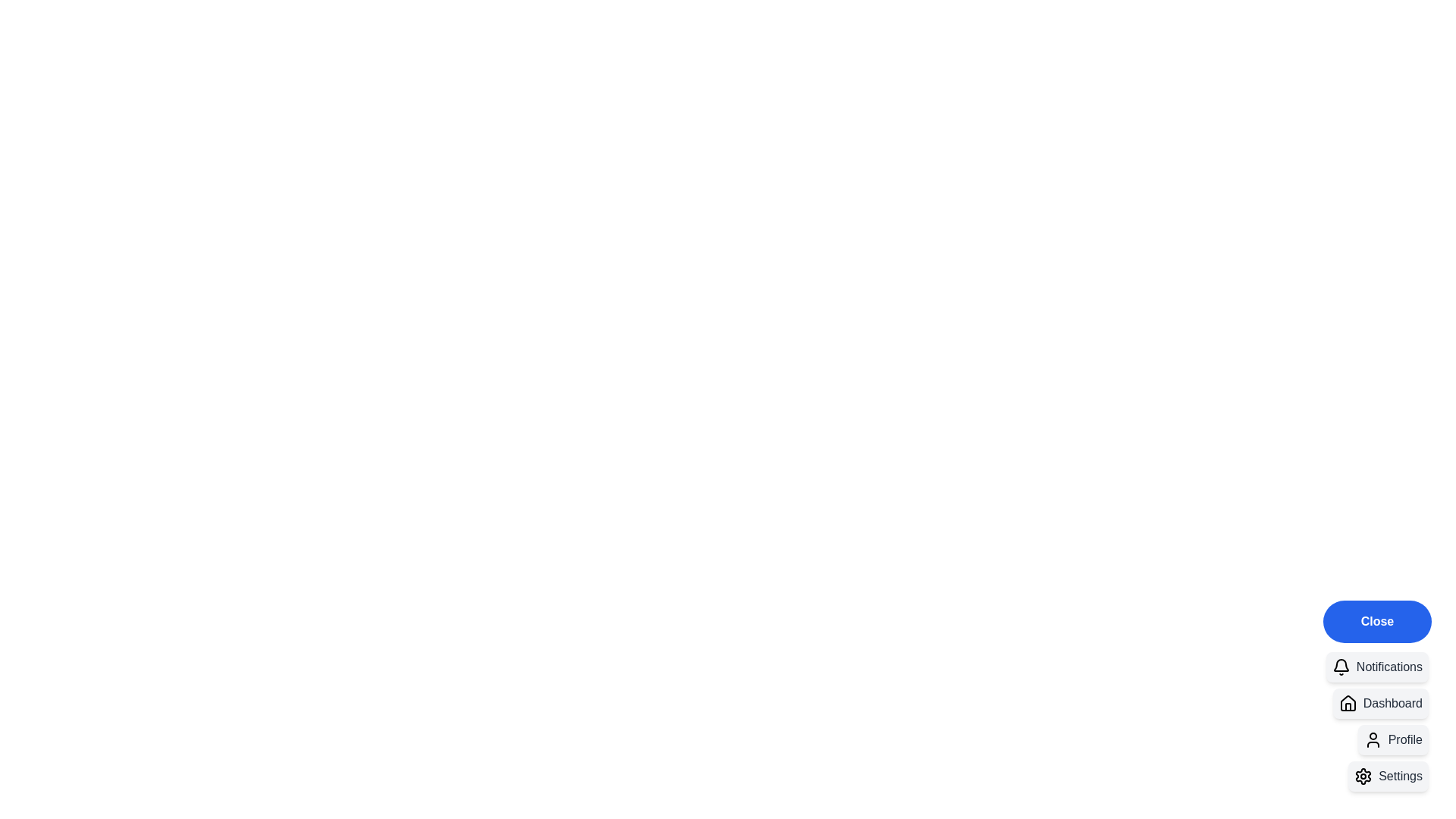 This screenshot has width=1456, height=819. Describe the element at coordinates (1380, 704) in the screenshot. I see `the 'Dashboard' button` at that location.